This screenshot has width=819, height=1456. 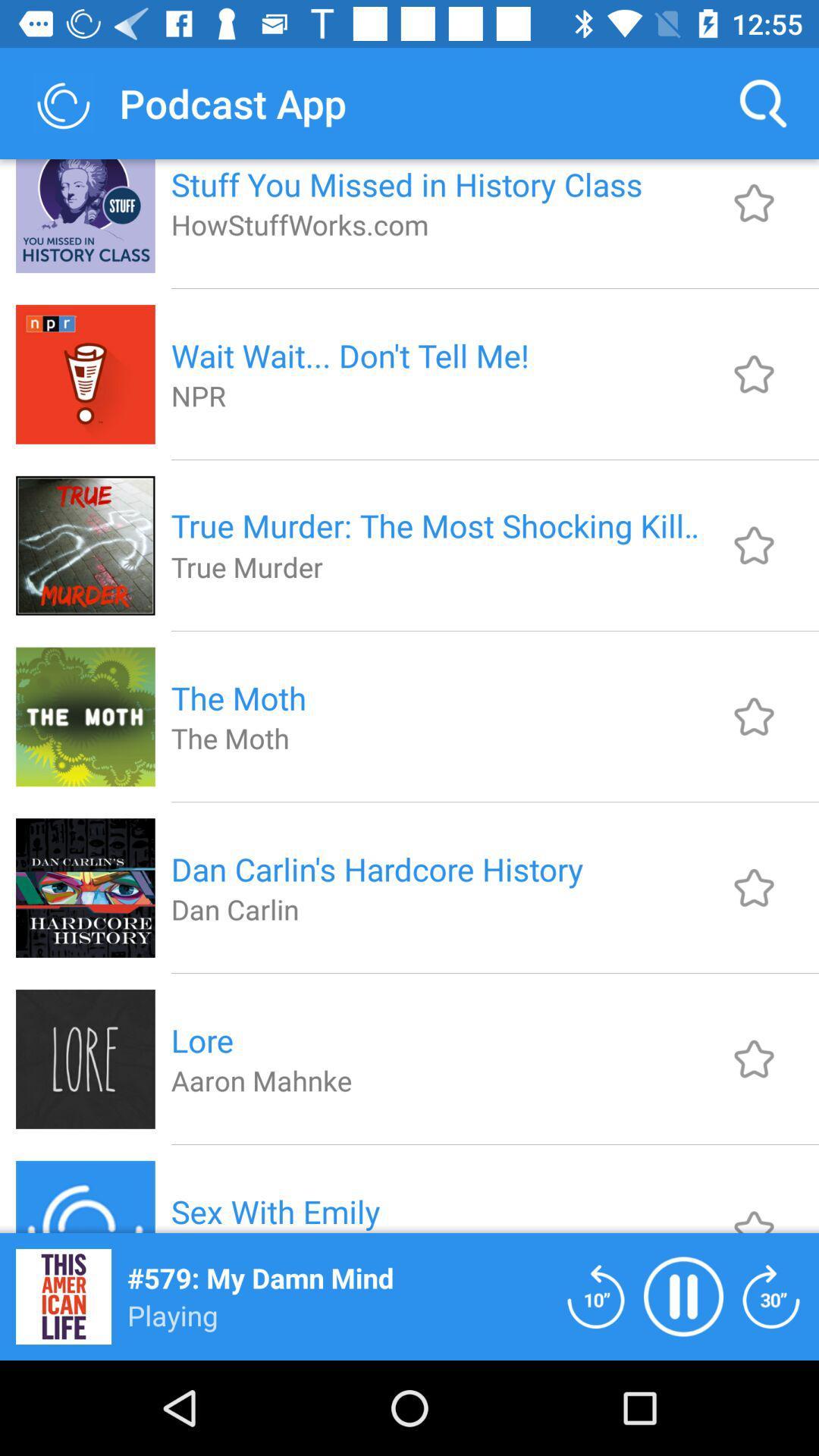 I want to click on image, so click(x=754, y=1058).